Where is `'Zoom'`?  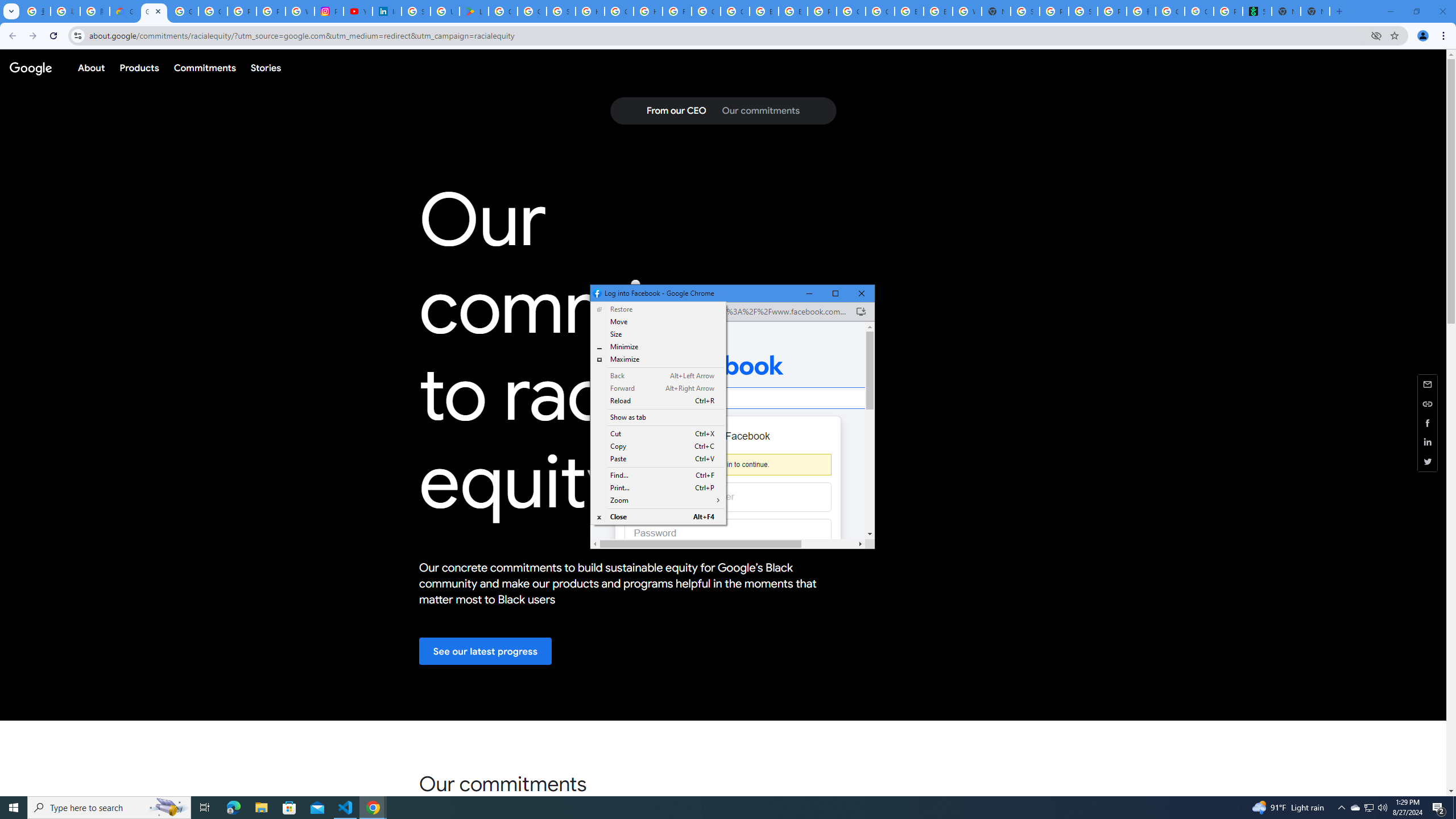 'Zoom' is located at coordinates (658, 499).